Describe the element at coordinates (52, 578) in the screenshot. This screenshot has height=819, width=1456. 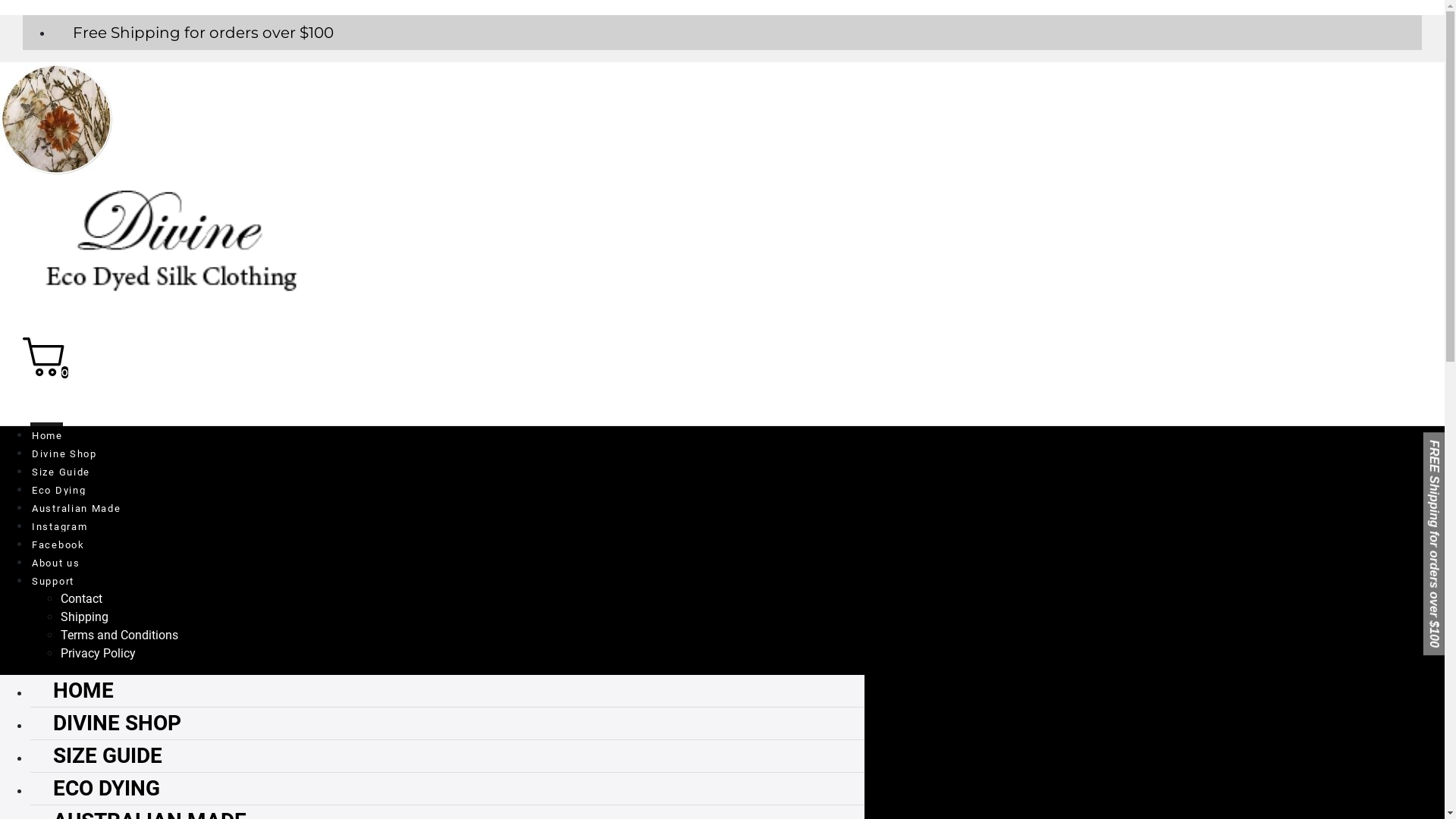
I see `'Support'` at that location.